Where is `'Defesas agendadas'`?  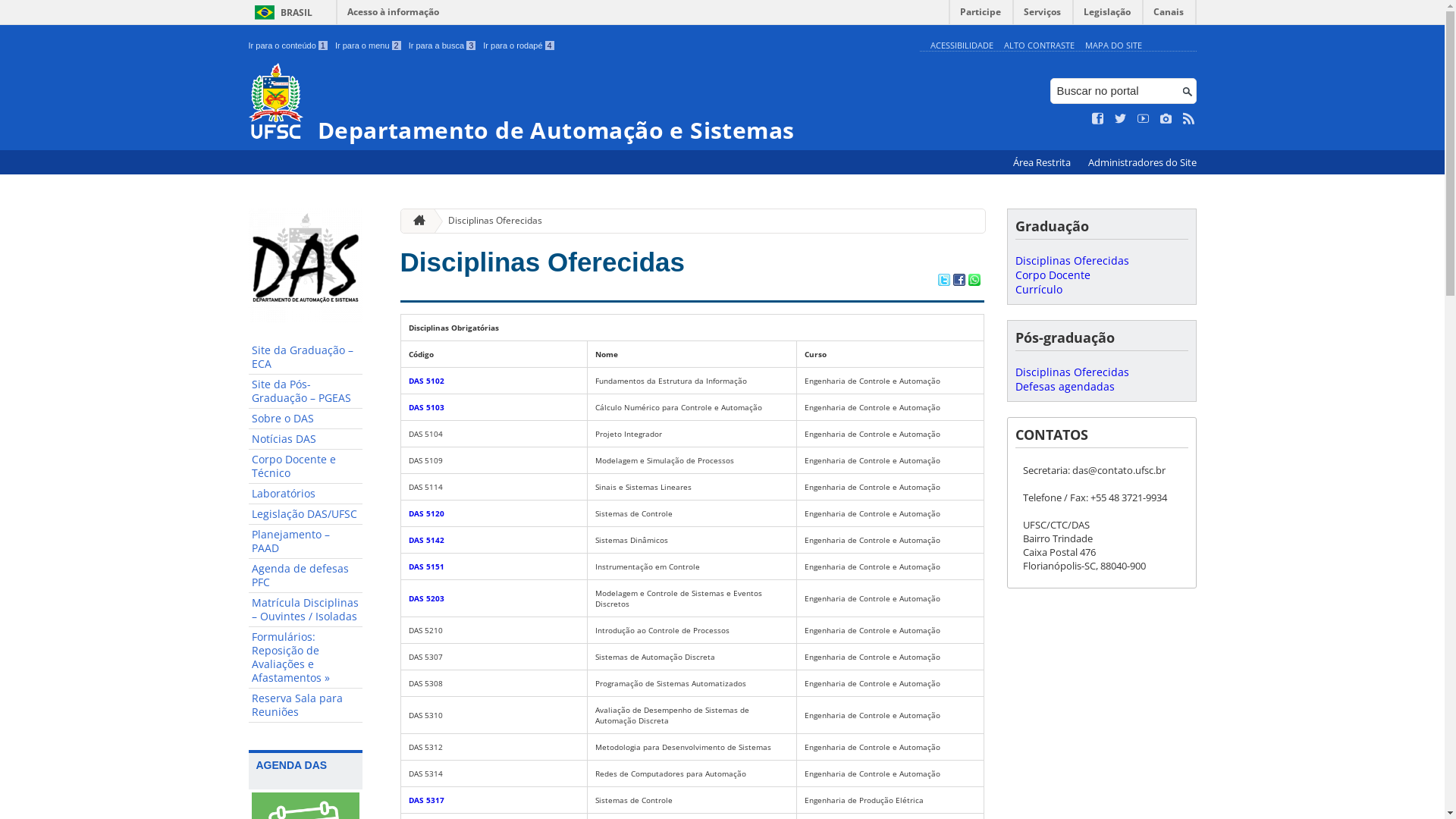
'Defesas agendadas' is located at coordinates (1063, 385).